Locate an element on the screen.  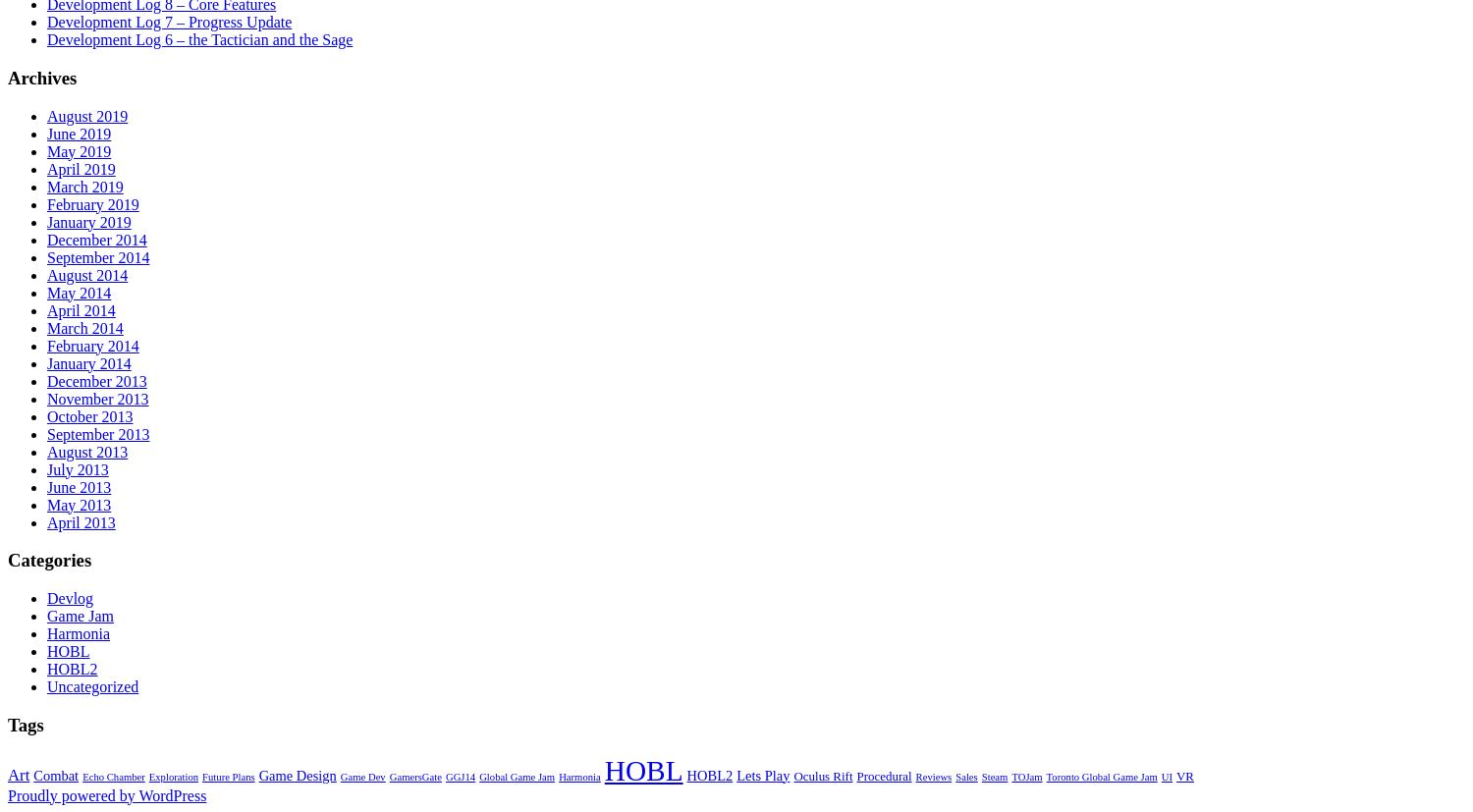
'Game Jam' is located at coordinates (47, 615).